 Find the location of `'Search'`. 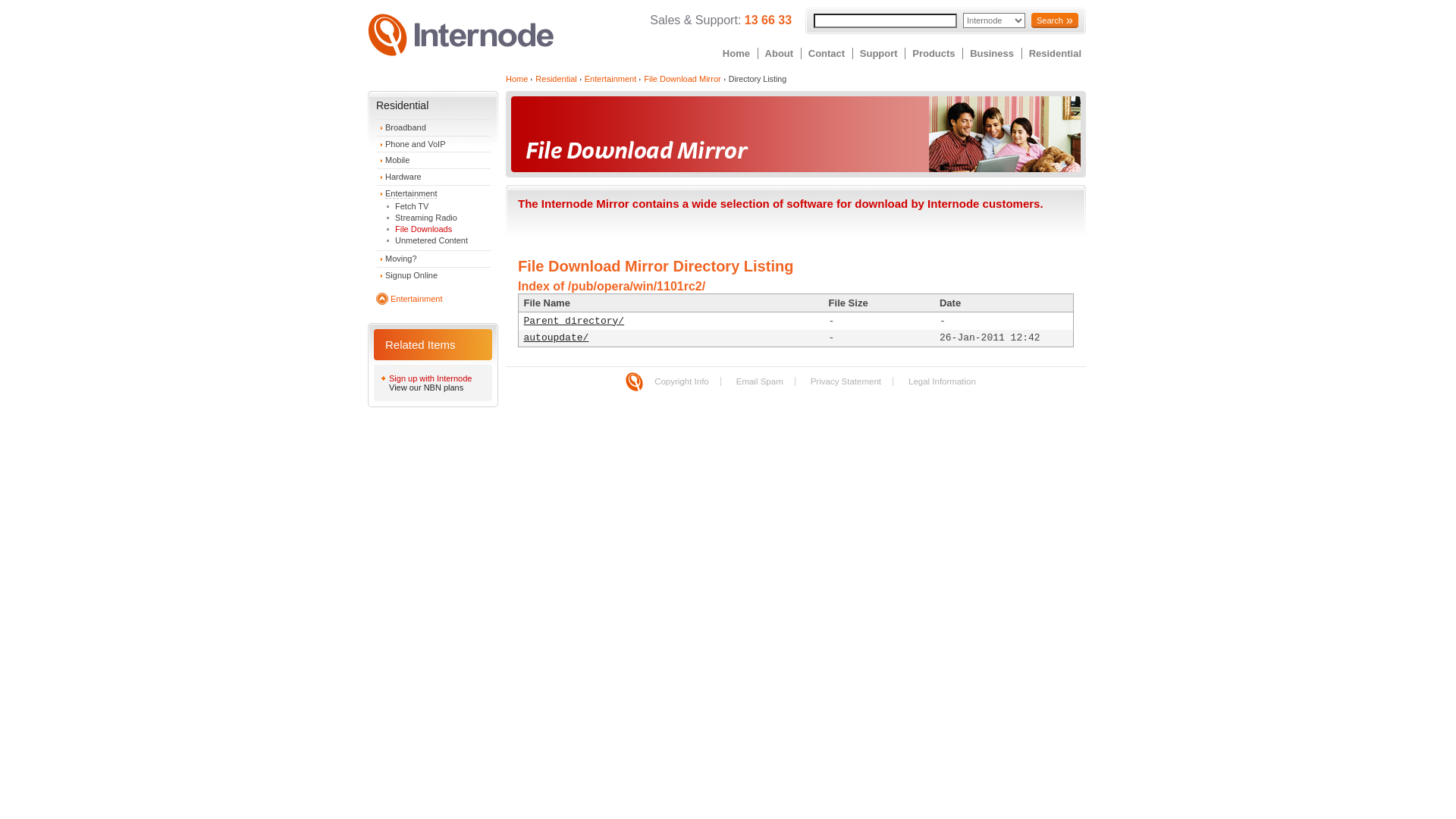

'Search' is located at coordinates (1054, 20).